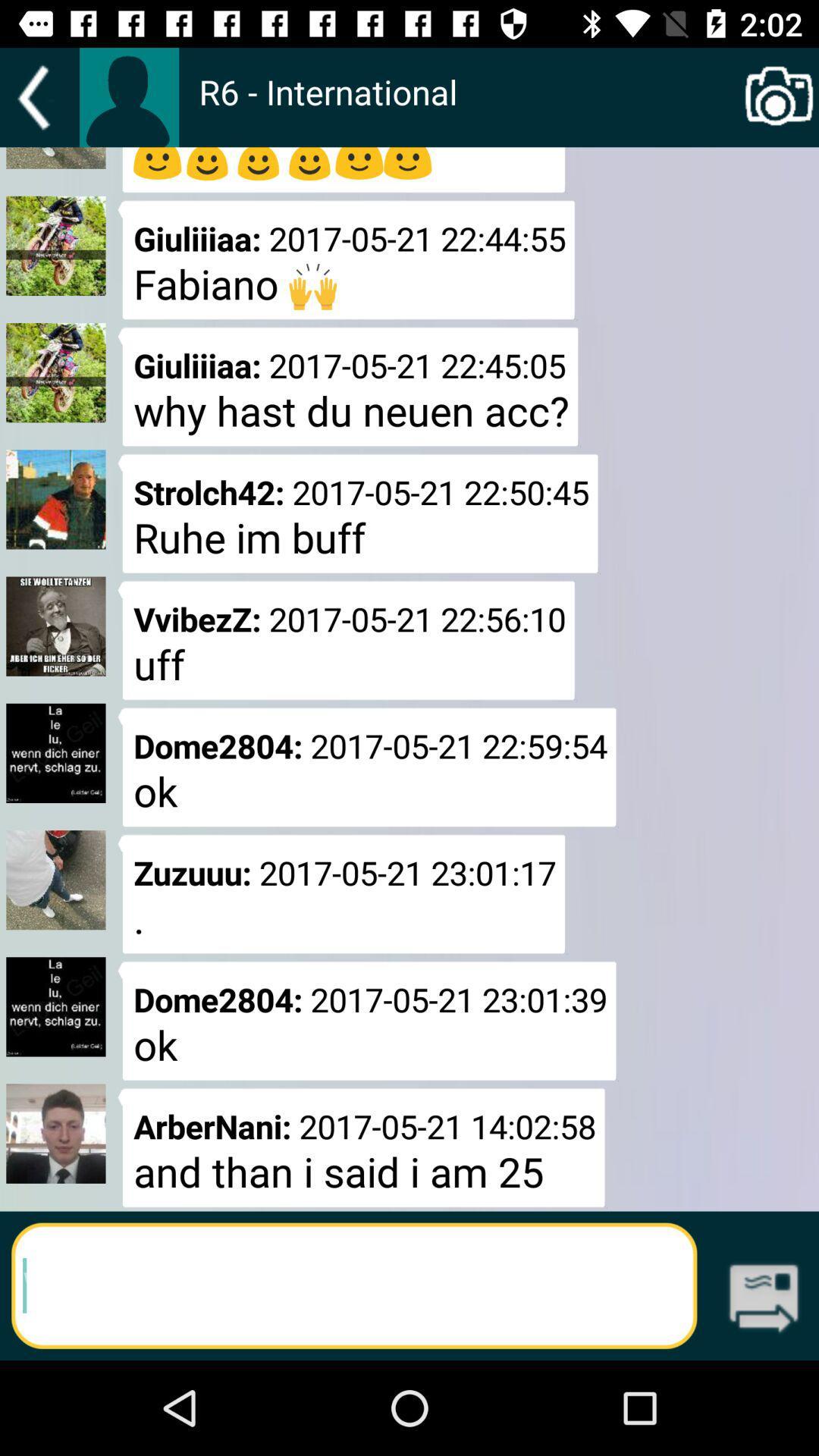 This screenshot has width=819, height=1456. I want to click on the icon below the r6 - international app, so click(764, 1299).